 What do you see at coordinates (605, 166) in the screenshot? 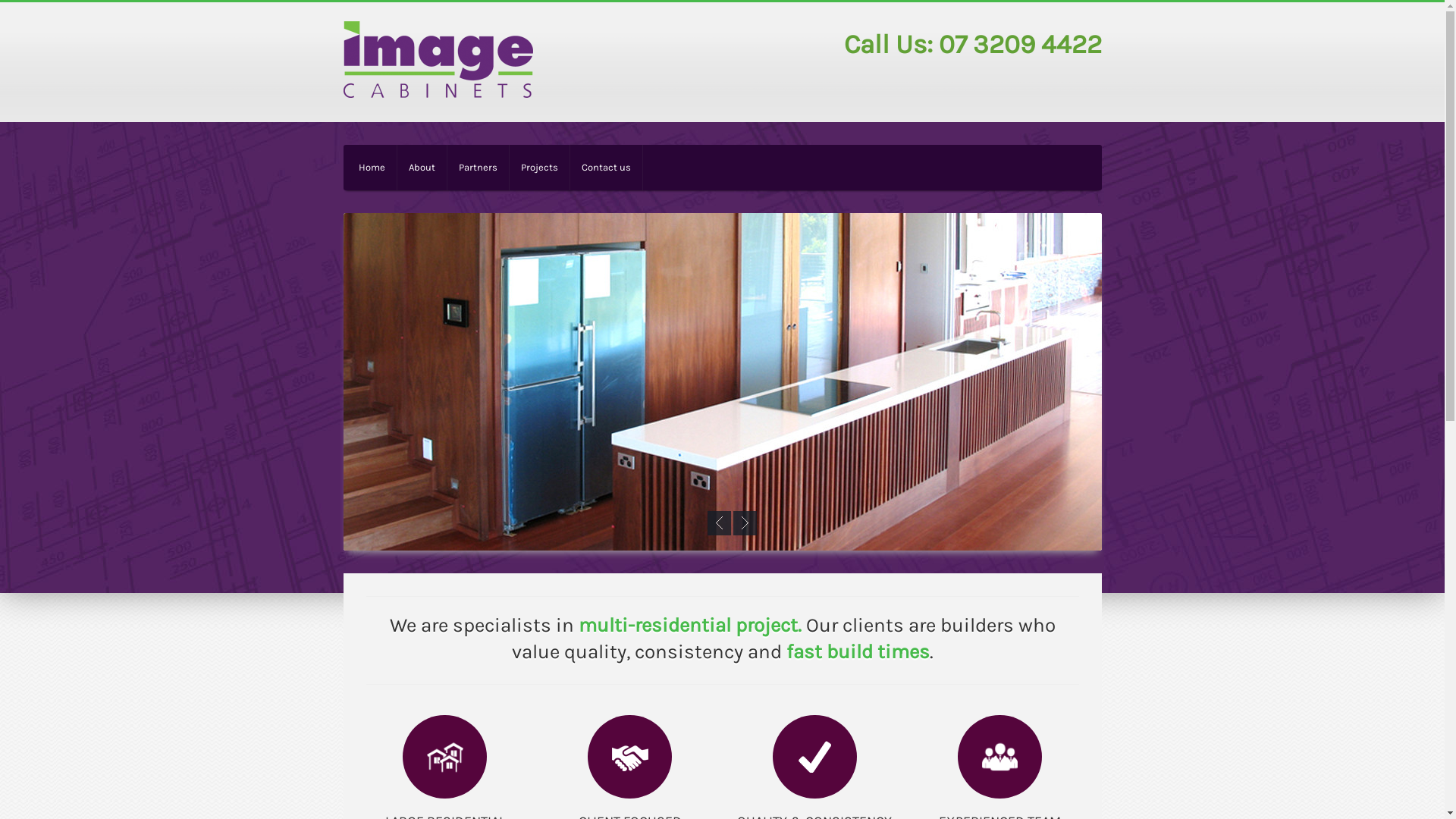
I see `'Contact us'` at bounding box center [605, 166].